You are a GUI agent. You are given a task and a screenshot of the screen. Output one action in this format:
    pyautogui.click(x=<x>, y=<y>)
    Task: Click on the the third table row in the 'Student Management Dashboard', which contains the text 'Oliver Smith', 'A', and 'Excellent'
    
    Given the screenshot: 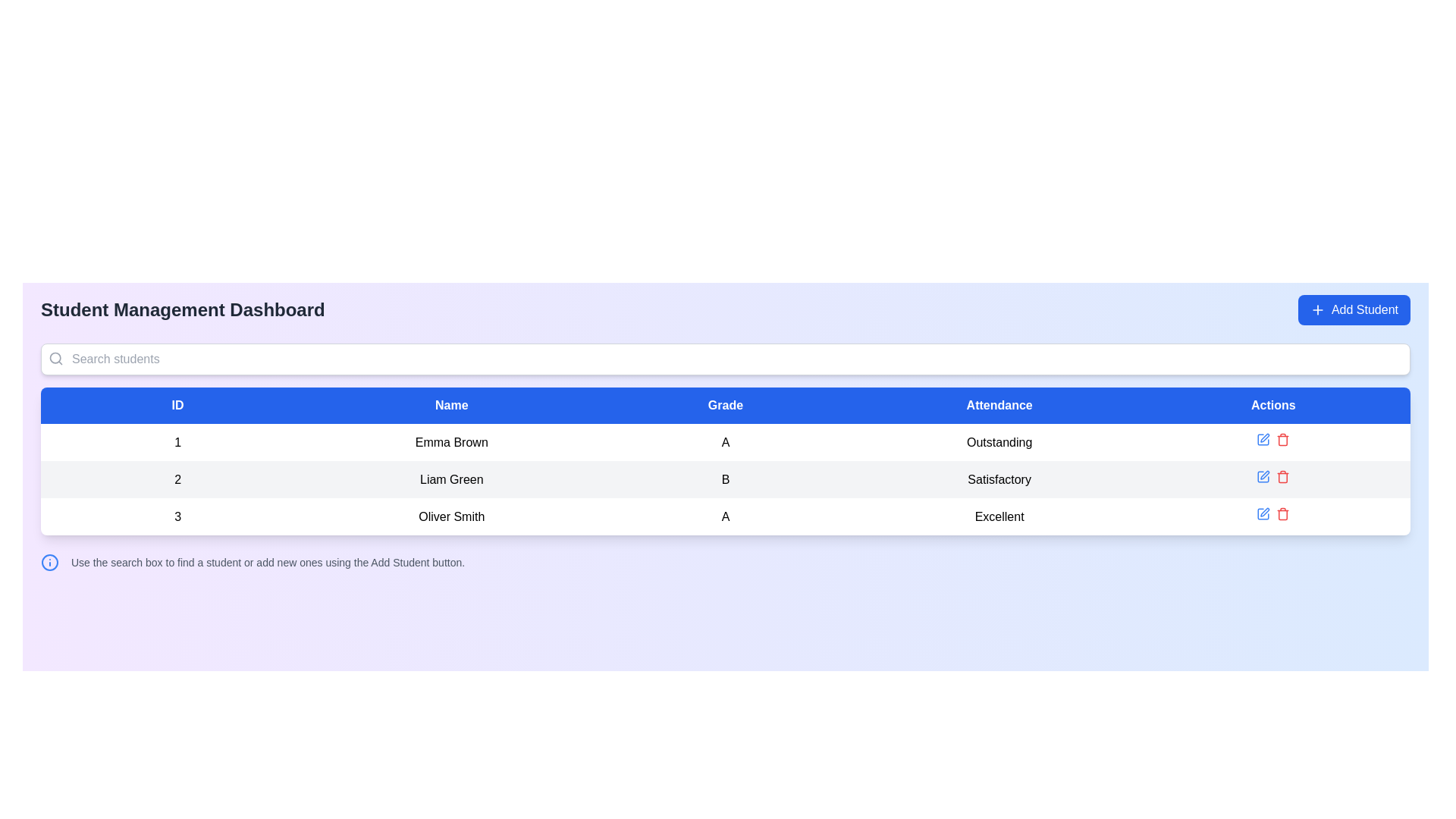 What is the action you would take?
    pyautogui.click(x=724, y=516)
    